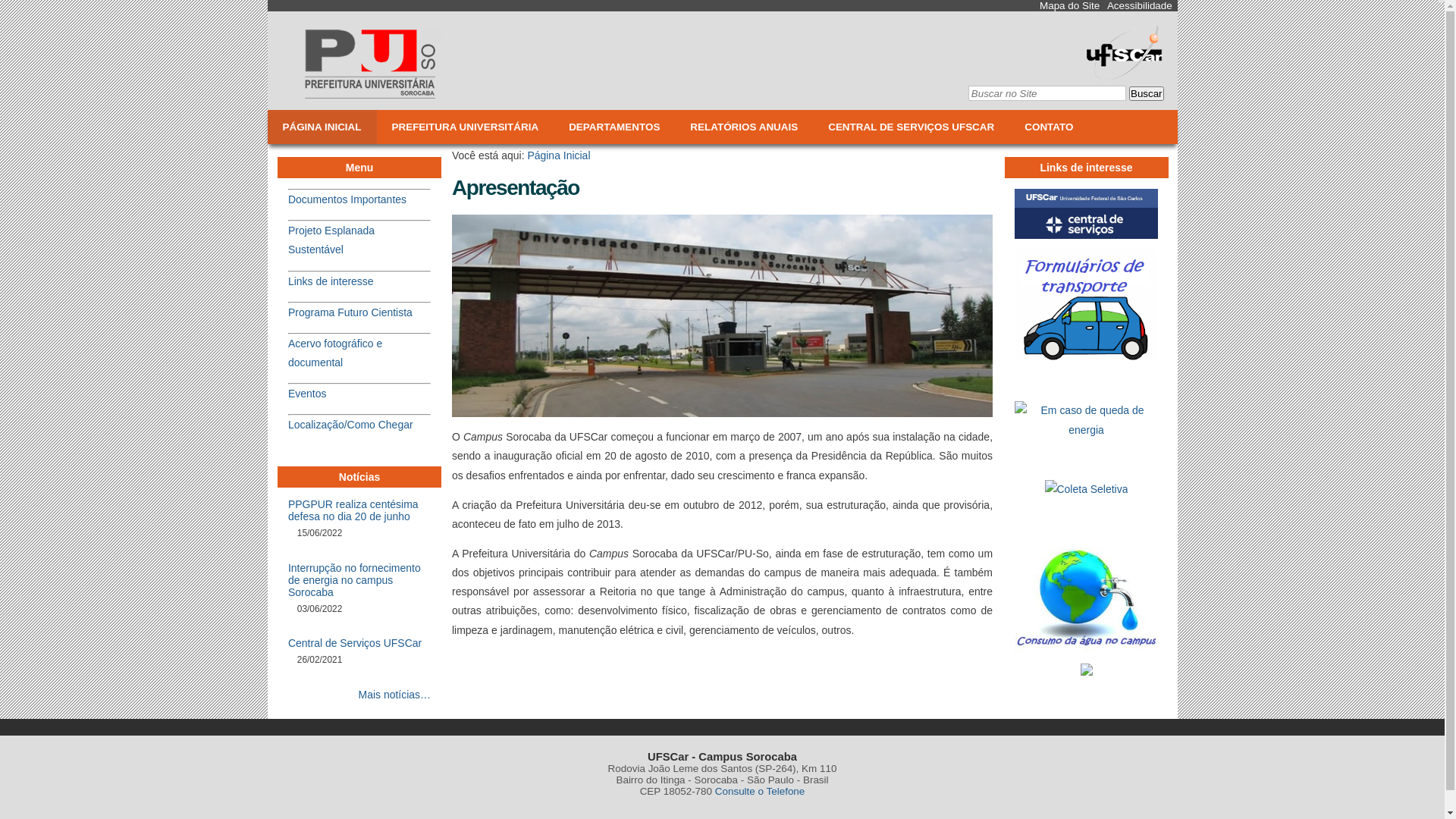 The width and height of the screenshot is (1456, 819). I want to click on 'Eventos', so click(306, 393).